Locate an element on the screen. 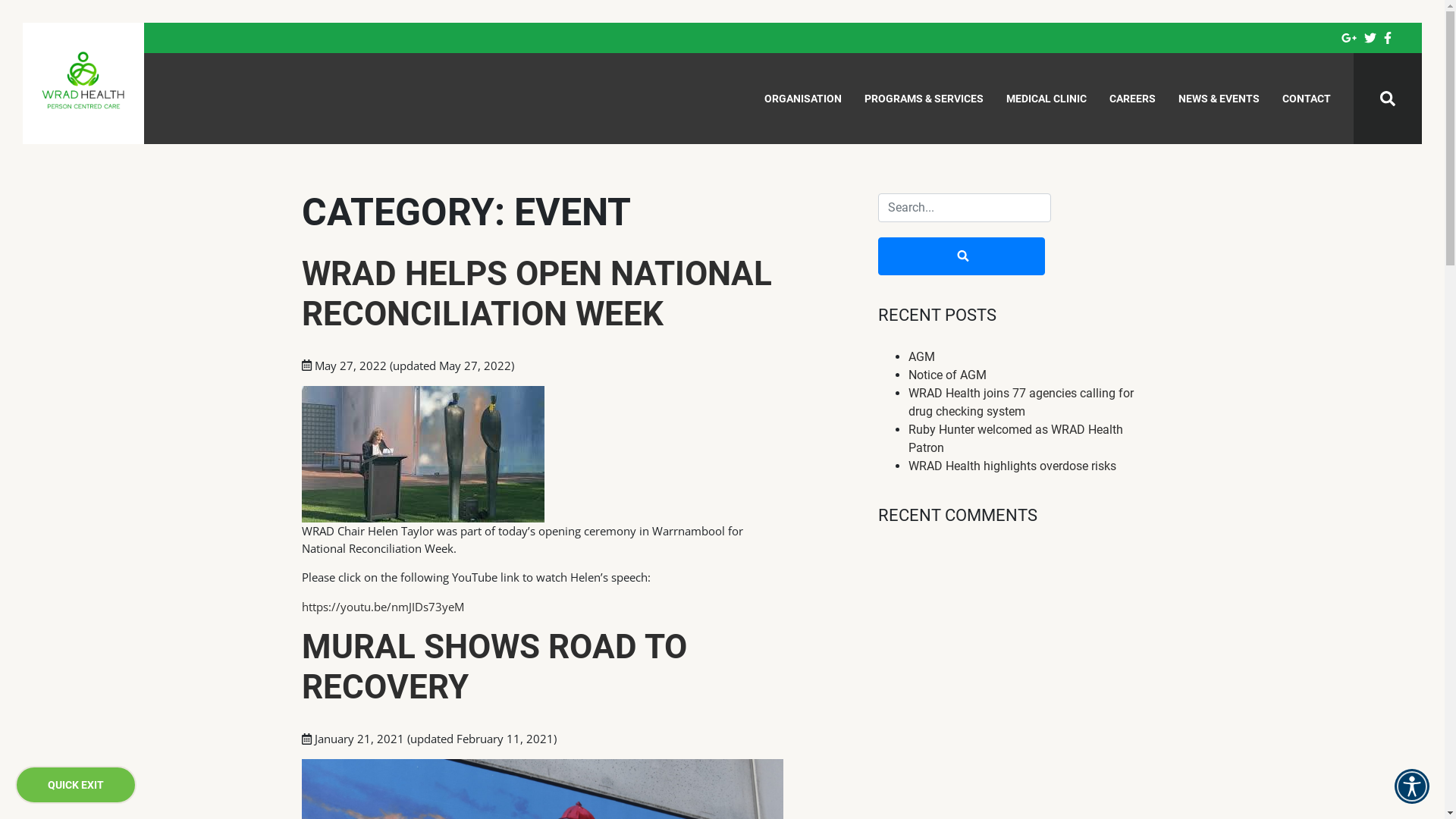 The width and height of the screenshot is (1456, 819). 'MEDICAL CLINIC' is located at coordinates (1046, 99).